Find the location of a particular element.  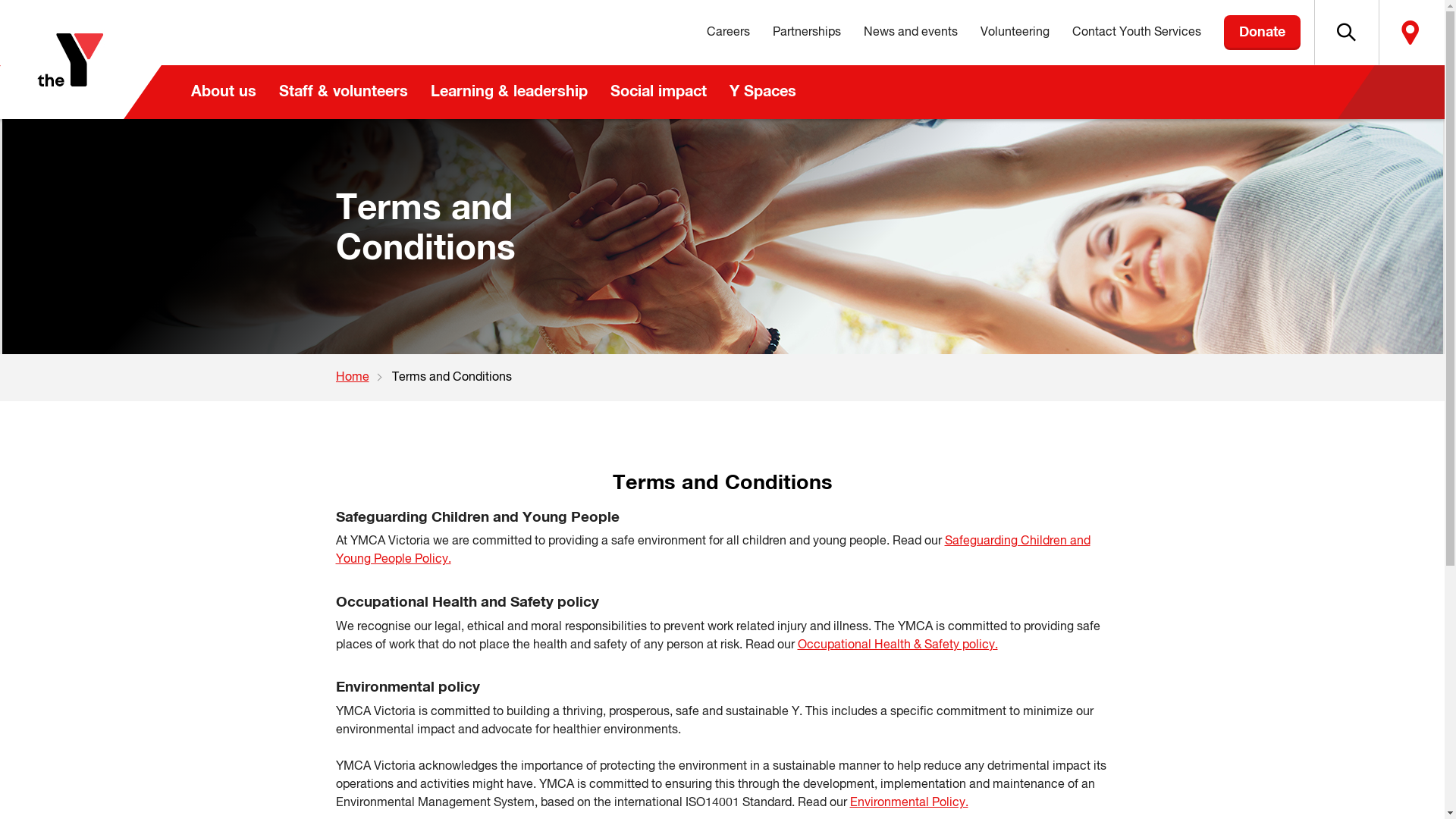

'Social impact' is located at coordinates (658, 92).